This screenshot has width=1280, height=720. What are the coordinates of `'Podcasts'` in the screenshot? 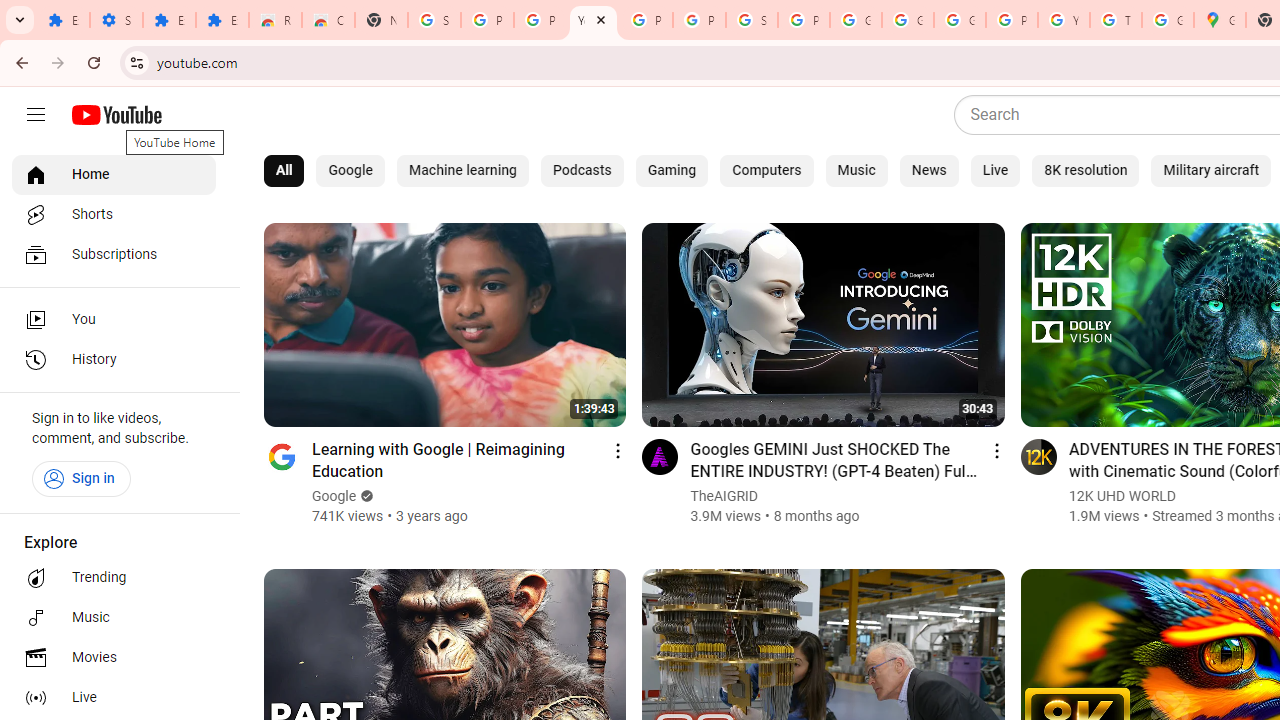 It's located at (581, 170).